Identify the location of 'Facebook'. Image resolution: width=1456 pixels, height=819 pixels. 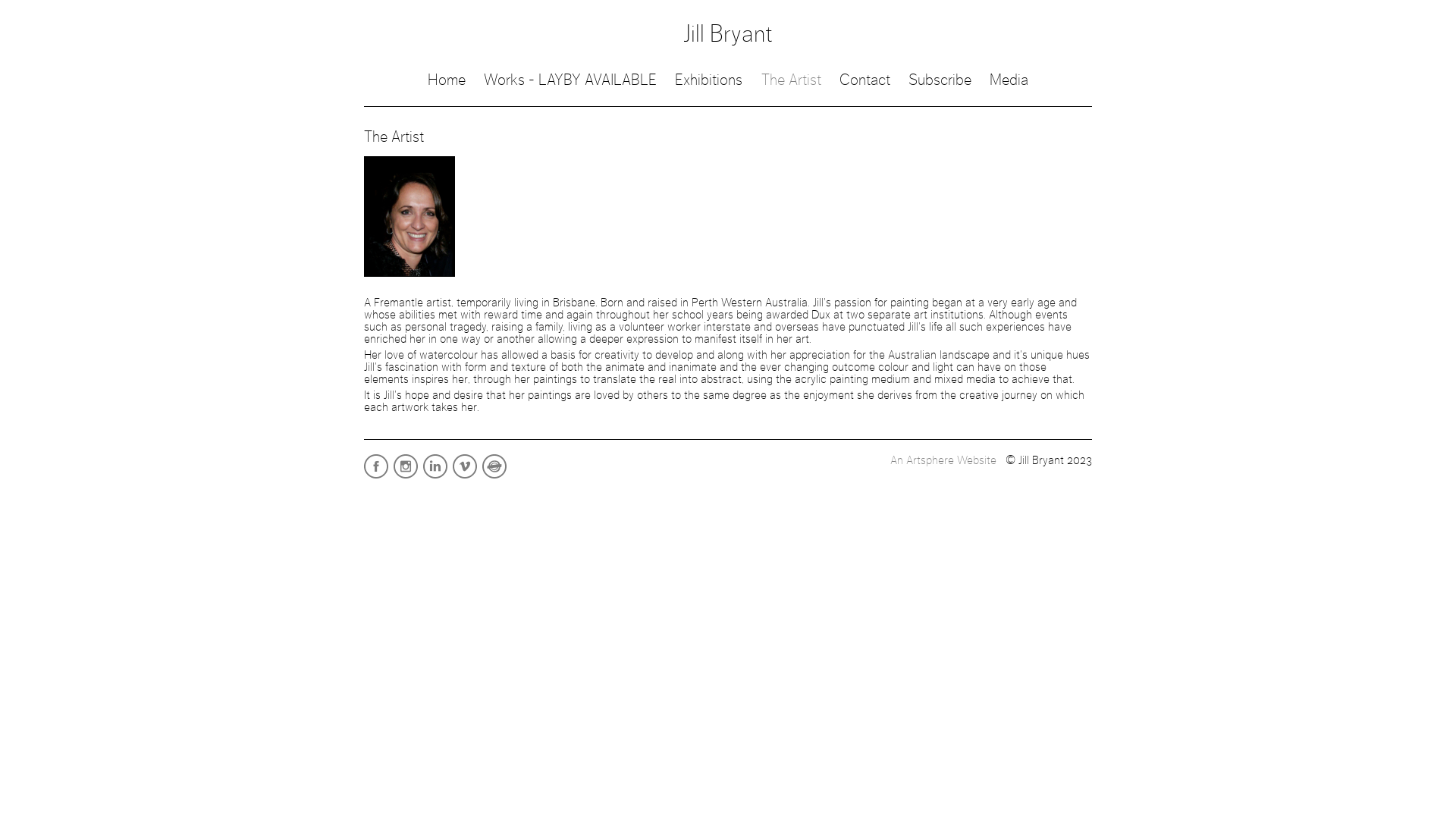
(377, 476).